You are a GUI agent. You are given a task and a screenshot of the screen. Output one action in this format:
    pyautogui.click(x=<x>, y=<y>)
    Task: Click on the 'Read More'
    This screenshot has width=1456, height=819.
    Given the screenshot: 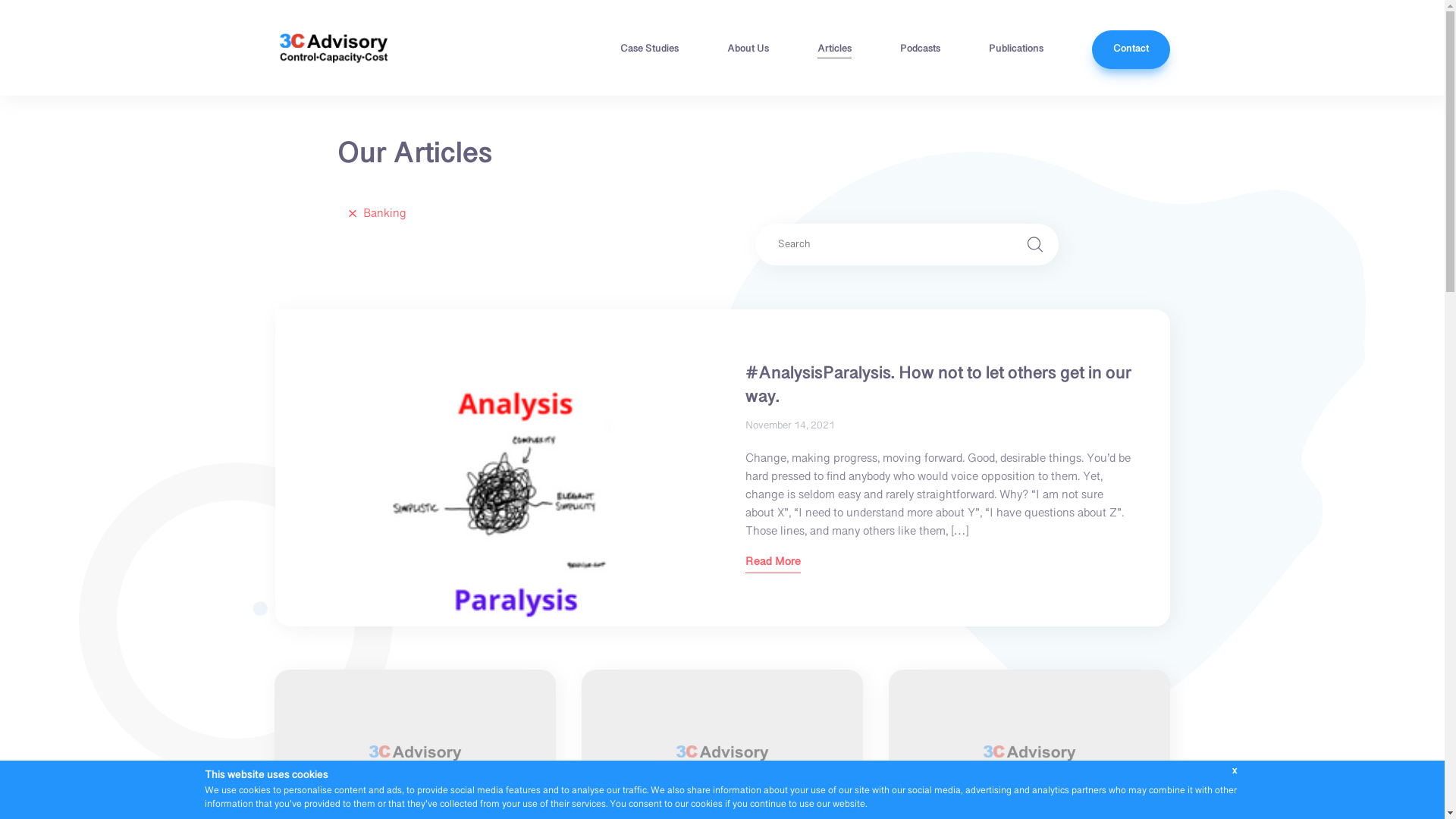 What is the action you would take?
    pyautogui.click(x=772, y=564)
    